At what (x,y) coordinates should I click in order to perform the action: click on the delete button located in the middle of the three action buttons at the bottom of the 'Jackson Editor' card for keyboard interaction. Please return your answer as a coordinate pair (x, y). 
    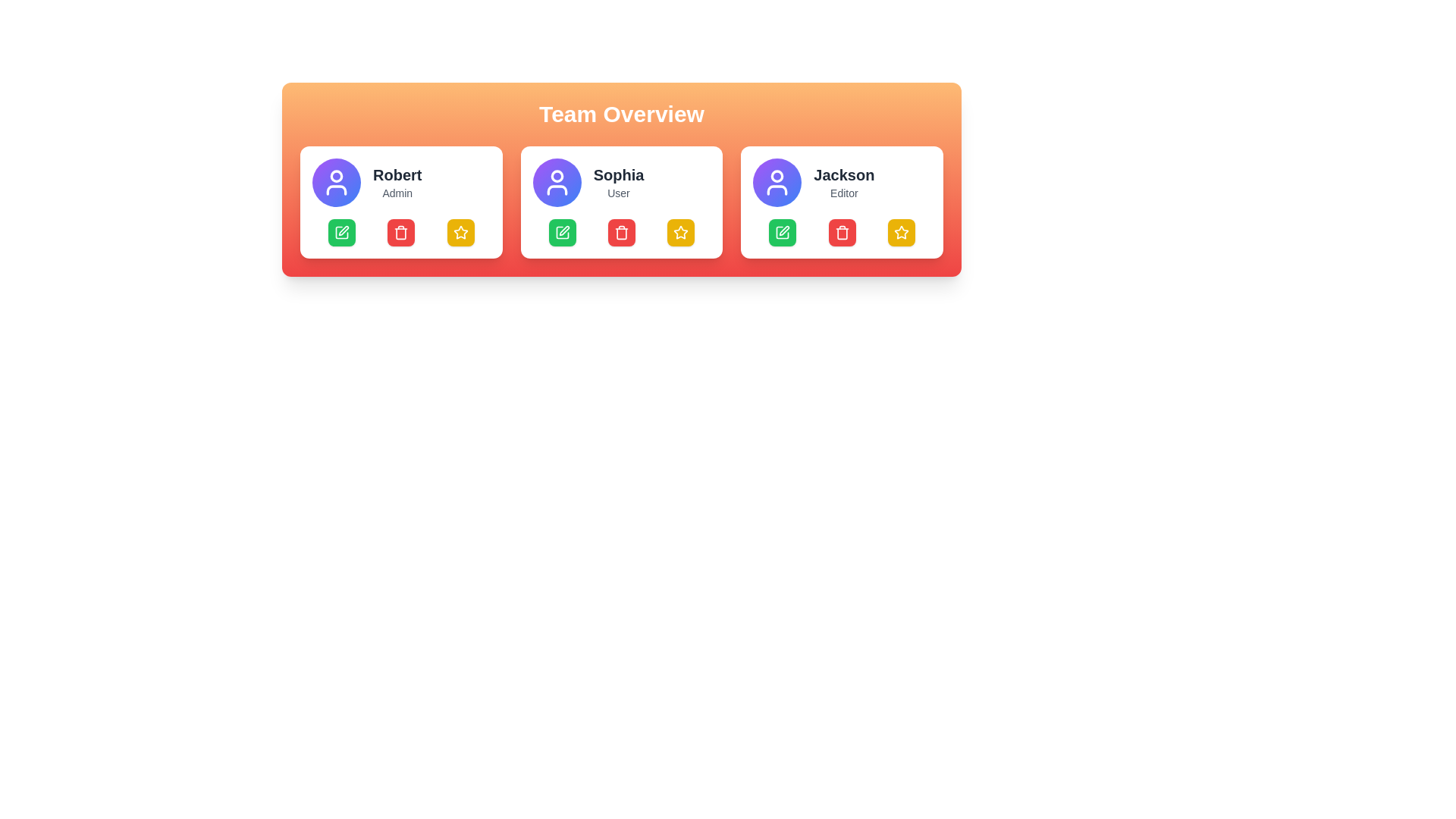
    Looking at the image, I should click on (841, 233).